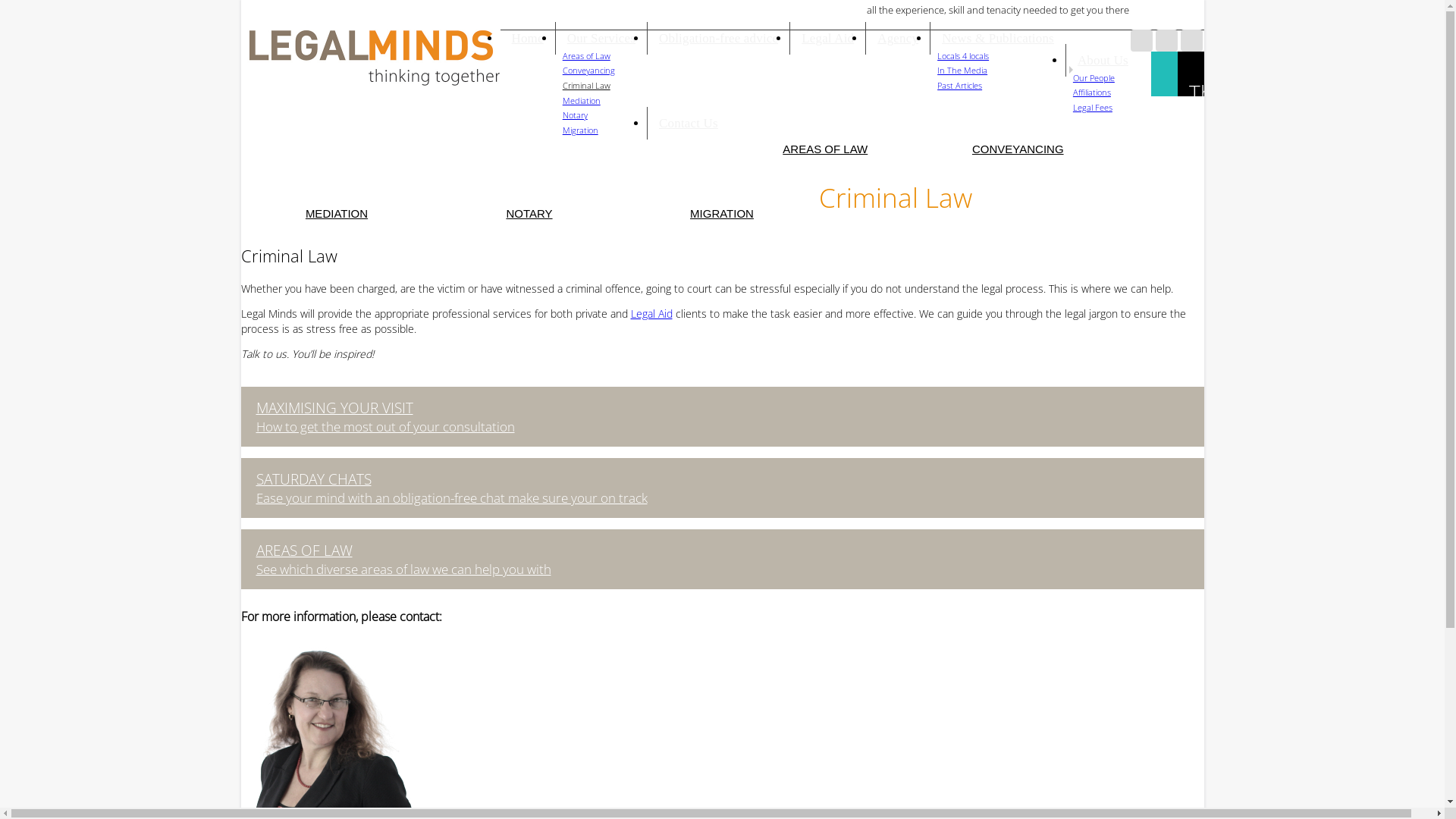 The width and height of the screenshot is (1456, 819). What do you see at coordinates (528, 37) in the screenshot?
I see `'Home'` at bounding box center [528, 37].